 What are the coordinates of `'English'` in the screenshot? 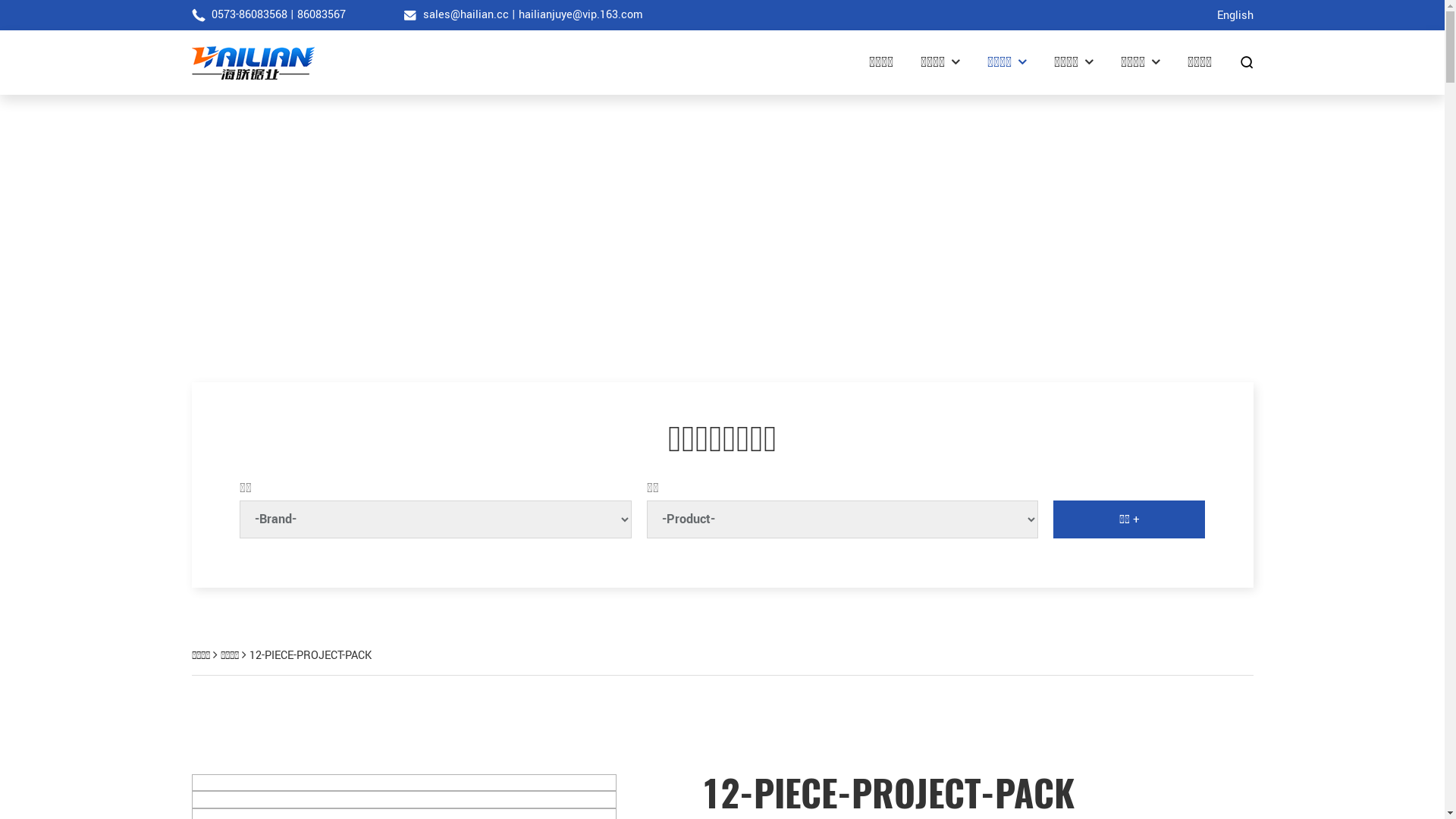 It's located at (1234, 15).